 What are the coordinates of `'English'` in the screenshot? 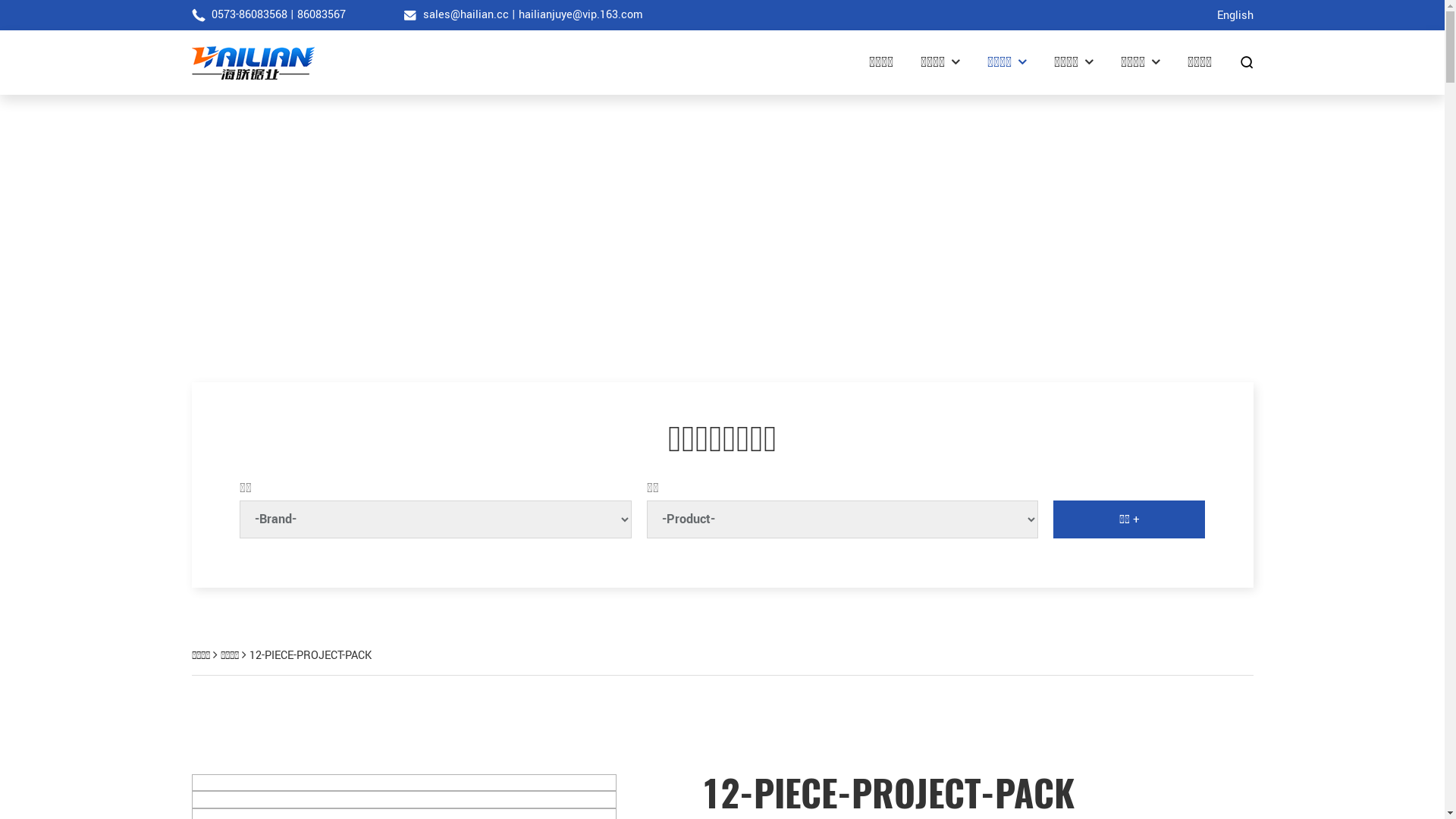 It's located at (1234, 15).